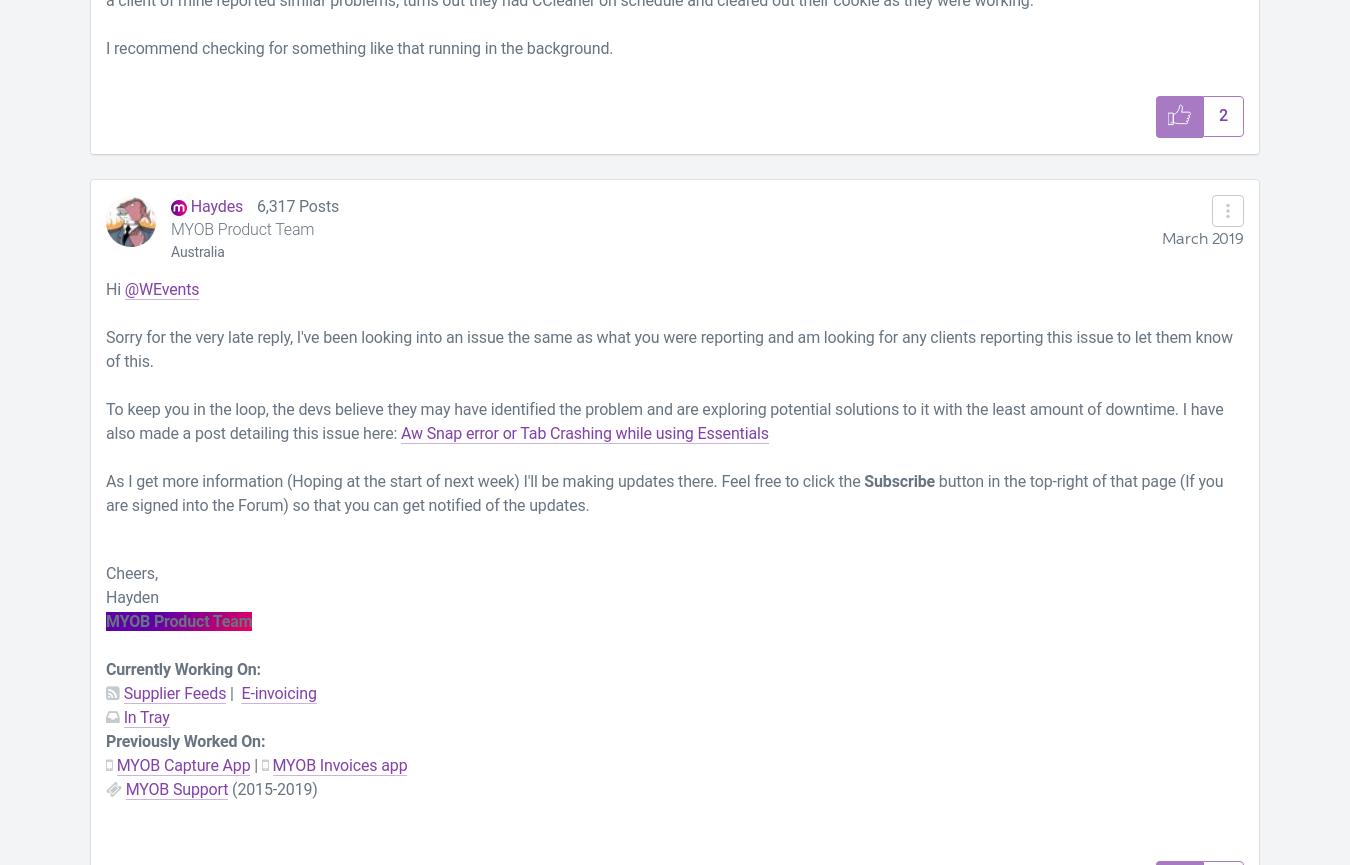 The height and width of the screenshot is (865, 1350). Describe the element at coordinates (185, 739) in the screenshot. I see `'Previously Worked On:'` at that location.